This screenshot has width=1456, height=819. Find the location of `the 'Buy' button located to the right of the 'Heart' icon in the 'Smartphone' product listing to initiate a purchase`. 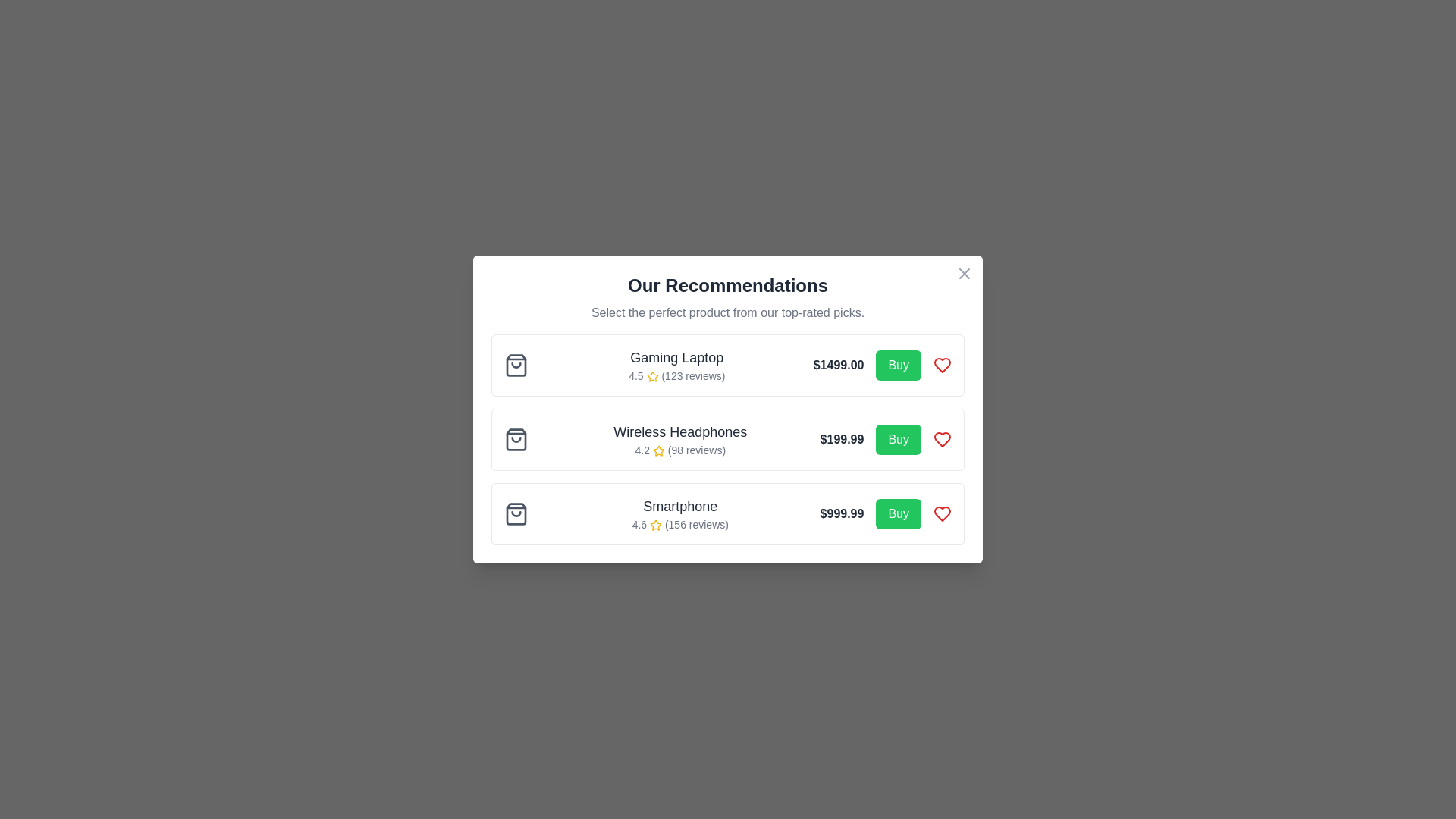

the 'Buy' button located to the right of the 'Heart' icon in the 'Smartphone' product listing to initiate a purchase is located at coordinates (899, 513).